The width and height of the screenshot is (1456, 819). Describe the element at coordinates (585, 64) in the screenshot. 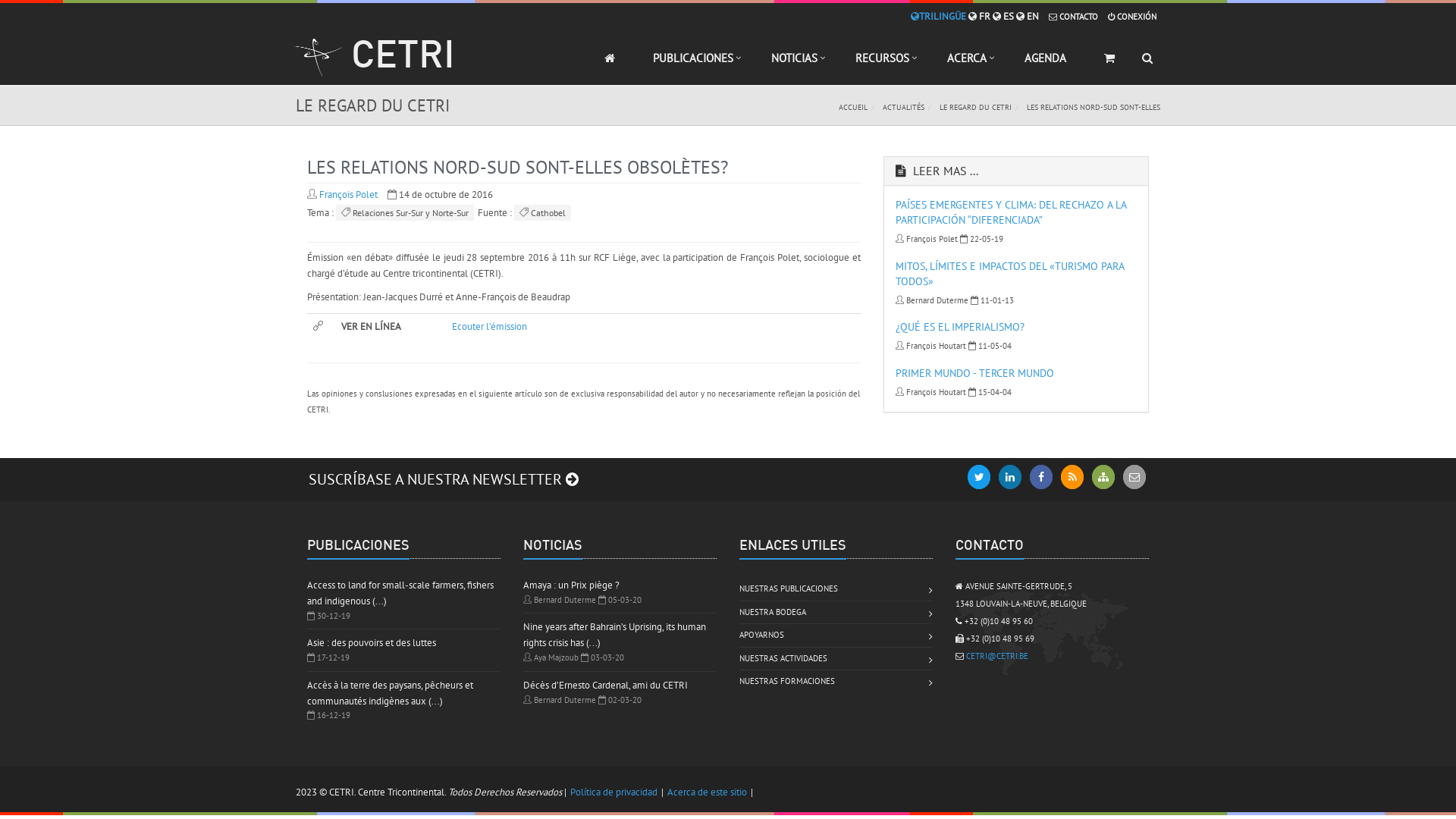

I see `'Portada'` at that location.